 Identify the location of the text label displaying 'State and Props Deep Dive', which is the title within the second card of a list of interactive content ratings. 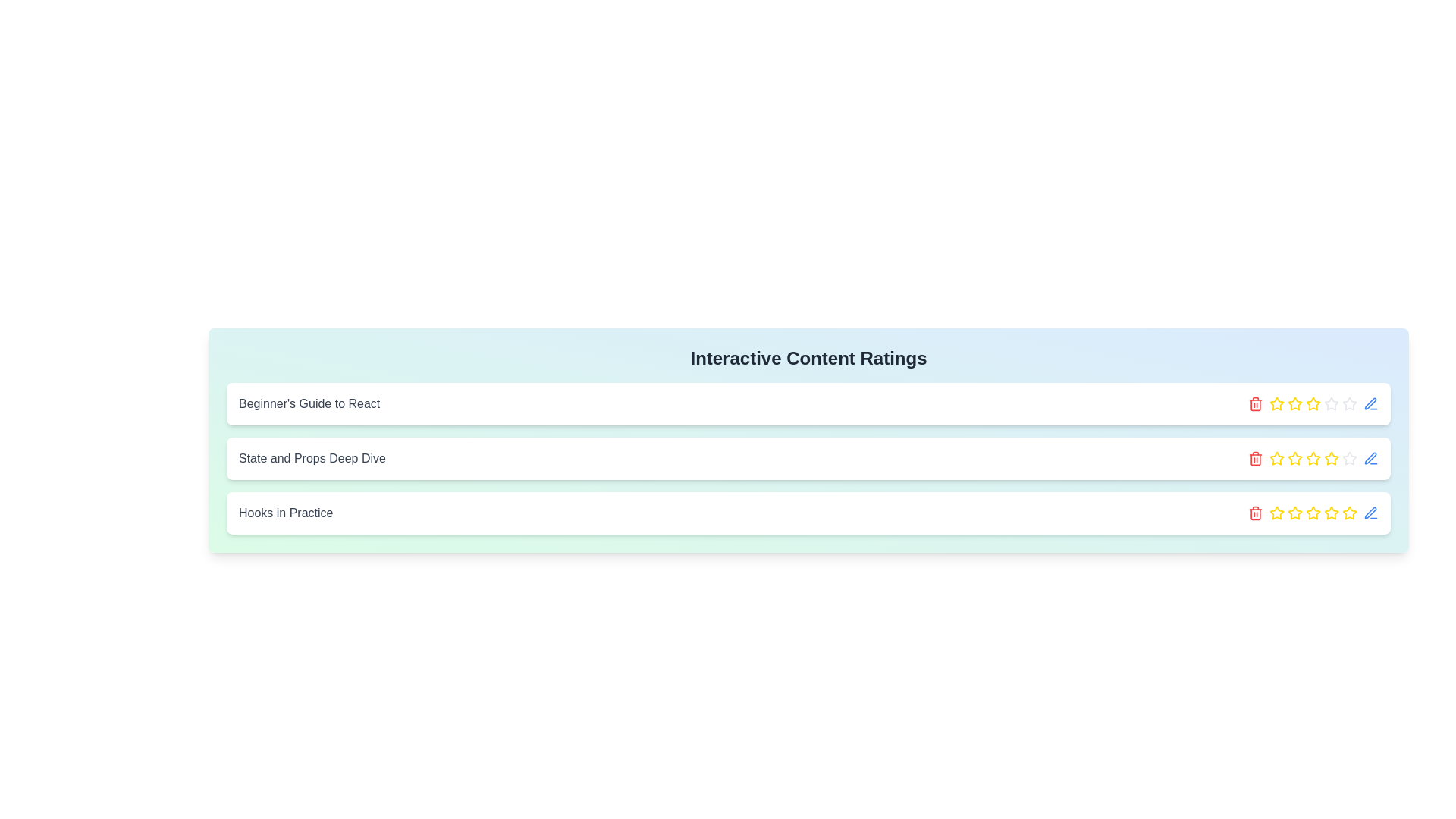
(312, 458).